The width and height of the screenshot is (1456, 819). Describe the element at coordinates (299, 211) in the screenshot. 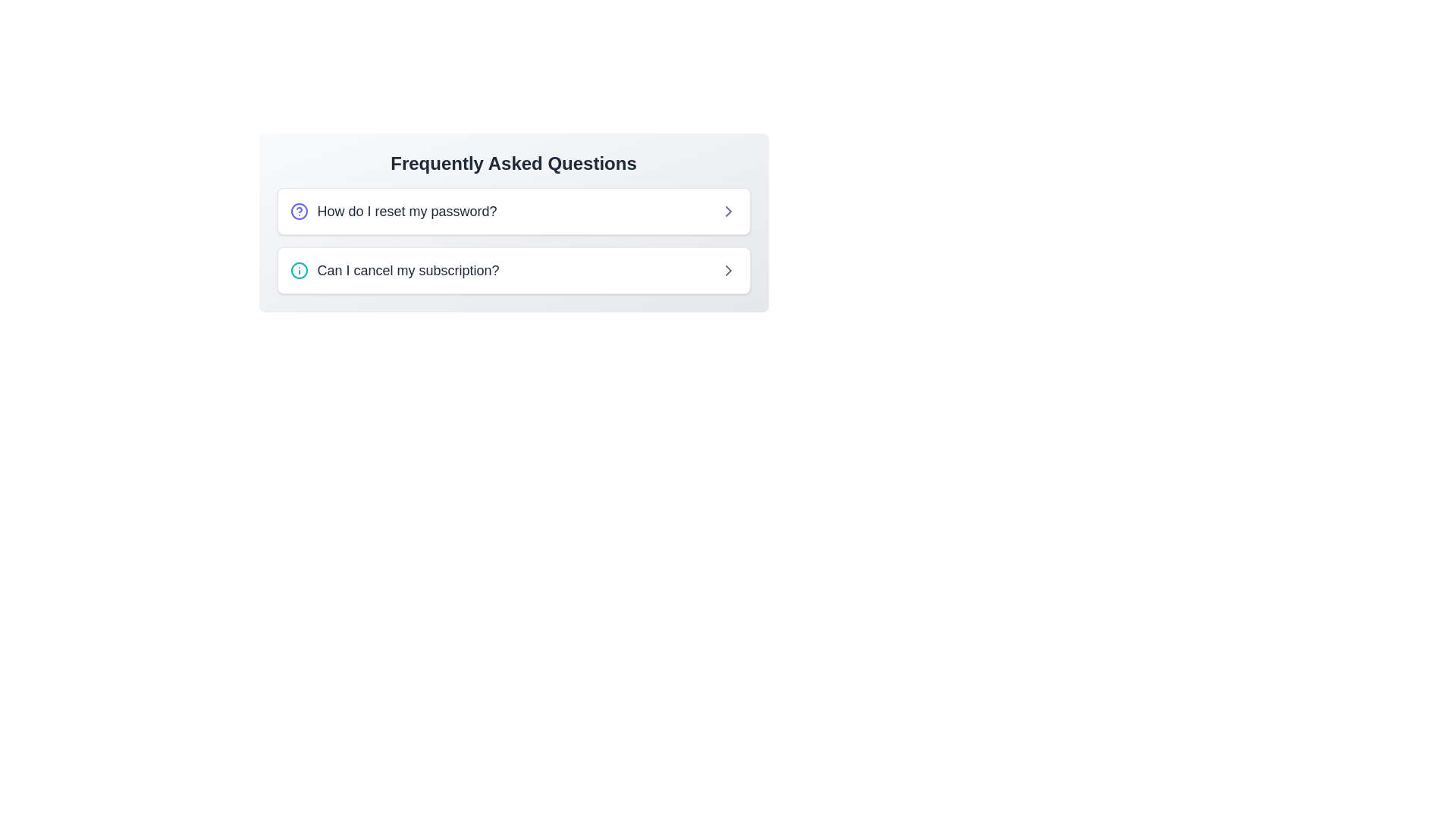

I see `the indigo circular SVG graphic icon located within the first FAQ list item, adjacent to the text 'How do I reset my password?'` at that location.